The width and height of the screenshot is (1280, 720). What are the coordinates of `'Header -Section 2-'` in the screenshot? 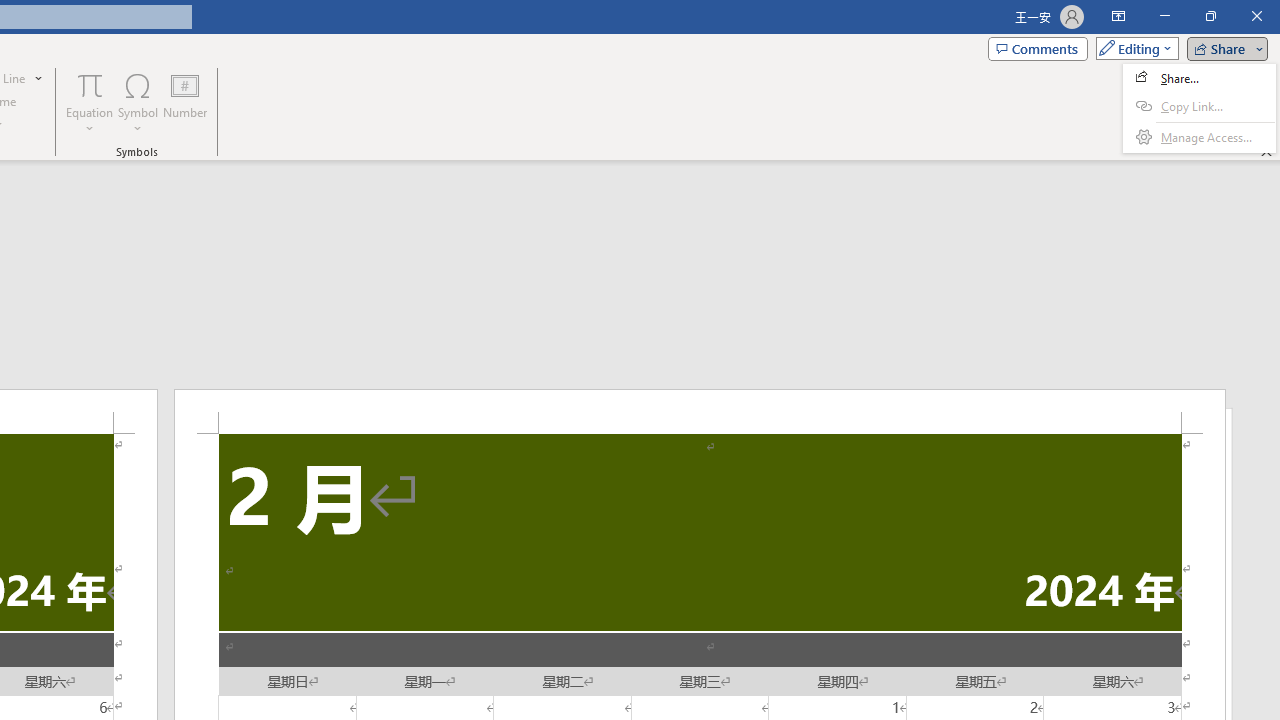 It's located at (700, 410).